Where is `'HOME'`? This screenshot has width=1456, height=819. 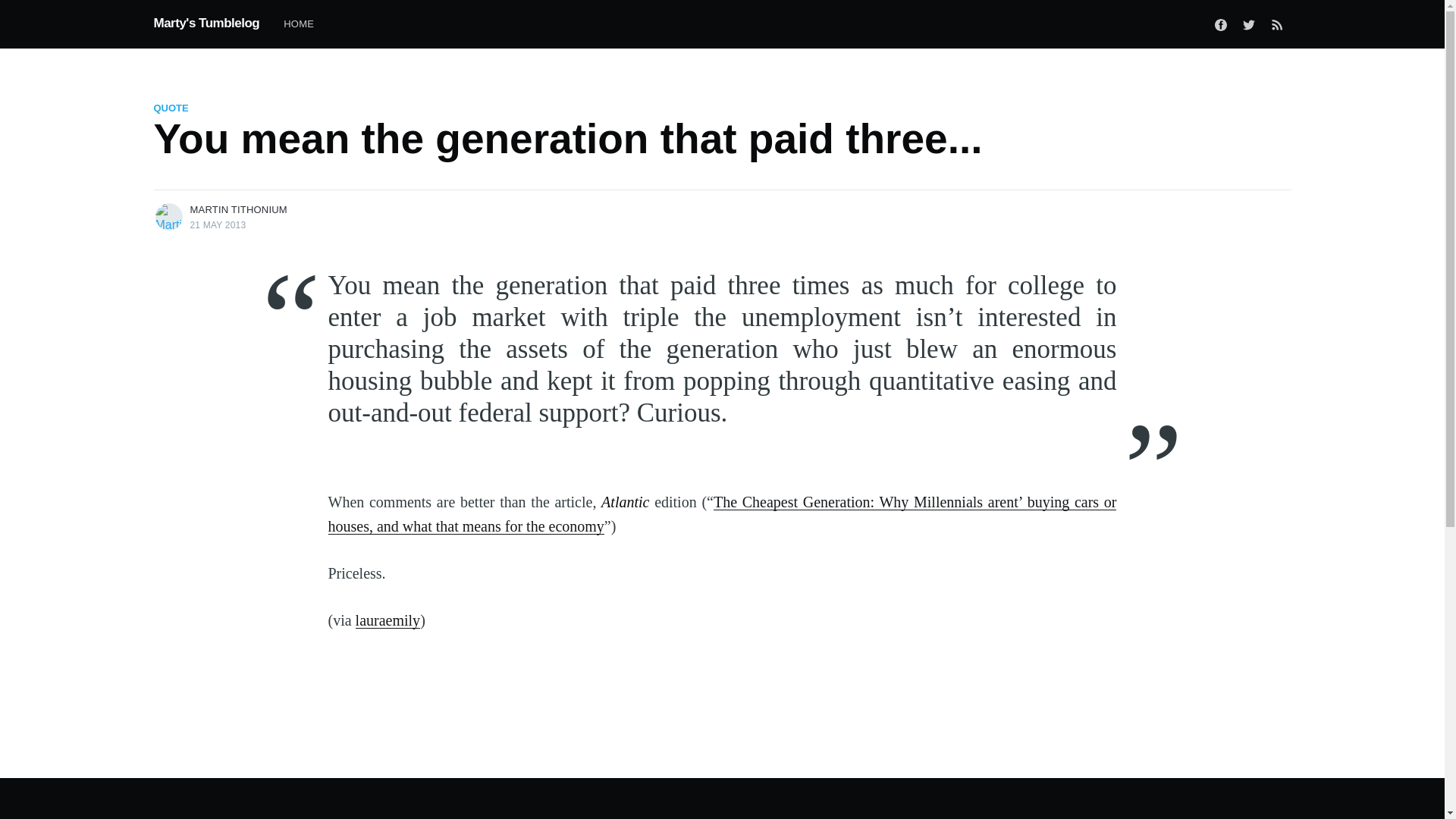 'HOME' is located at coordinates (298, 24).